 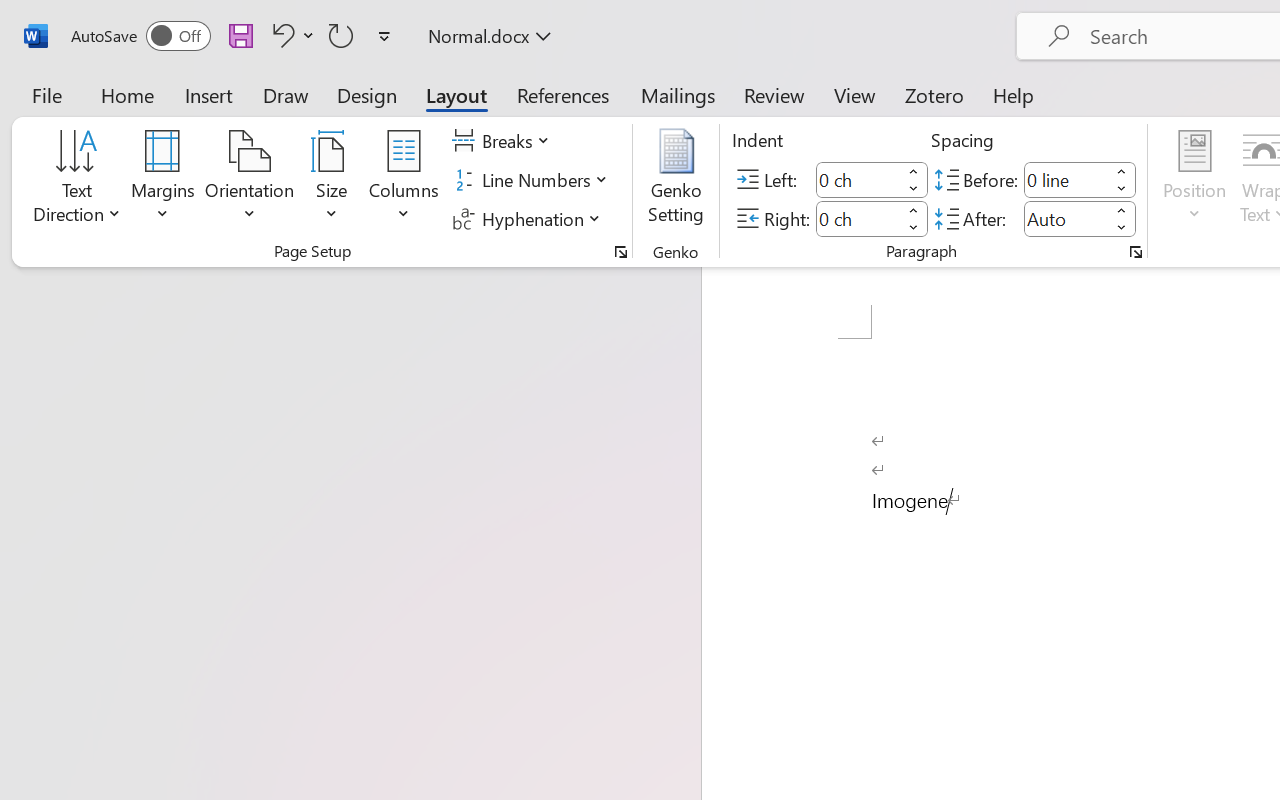 I want to click on 'Spacing Before', so click(x=1065, y=178).